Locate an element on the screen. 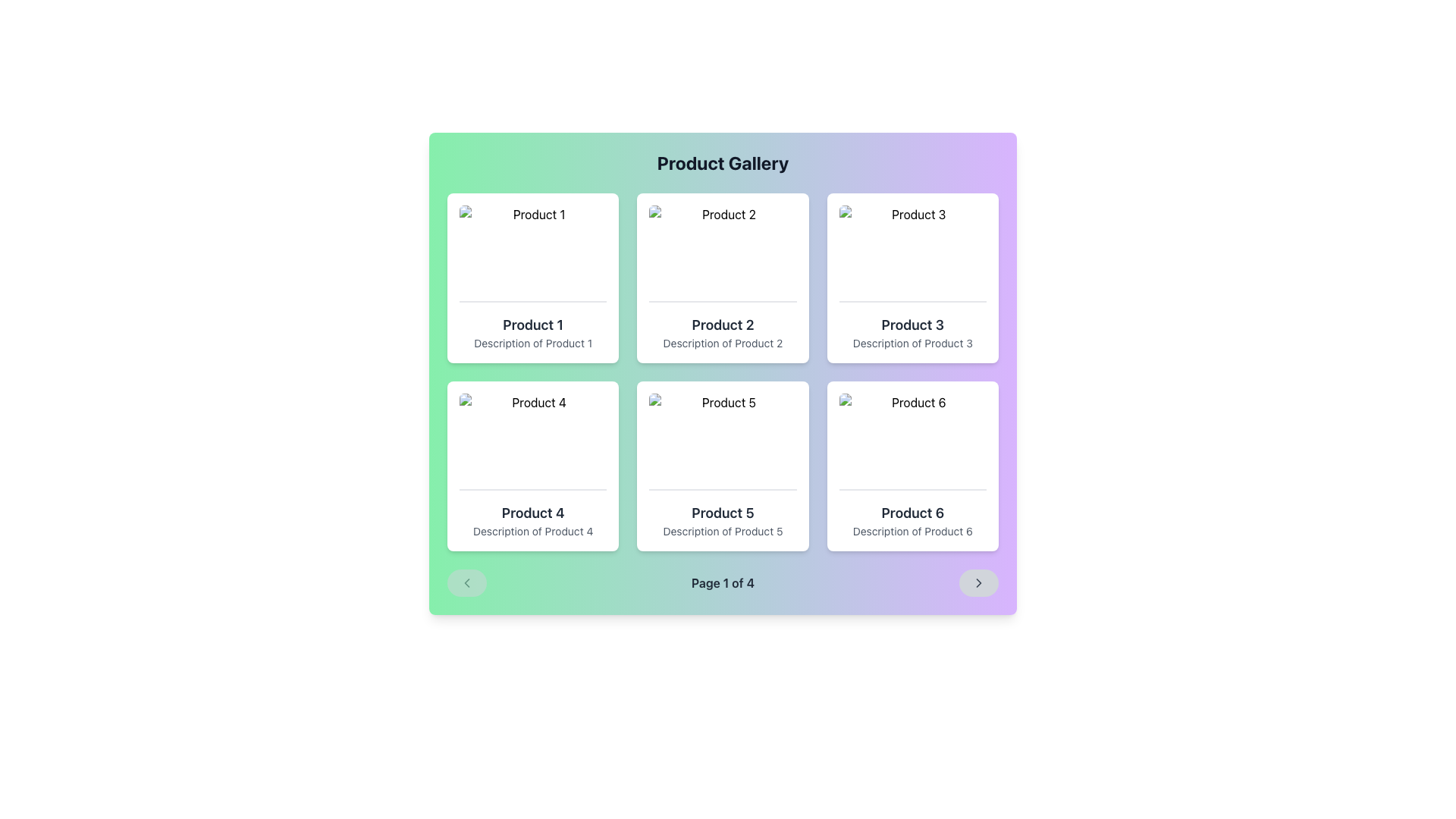 The image size is (1456, 819). the image displaying 'Product 2' is located at coordinates (722, 253).